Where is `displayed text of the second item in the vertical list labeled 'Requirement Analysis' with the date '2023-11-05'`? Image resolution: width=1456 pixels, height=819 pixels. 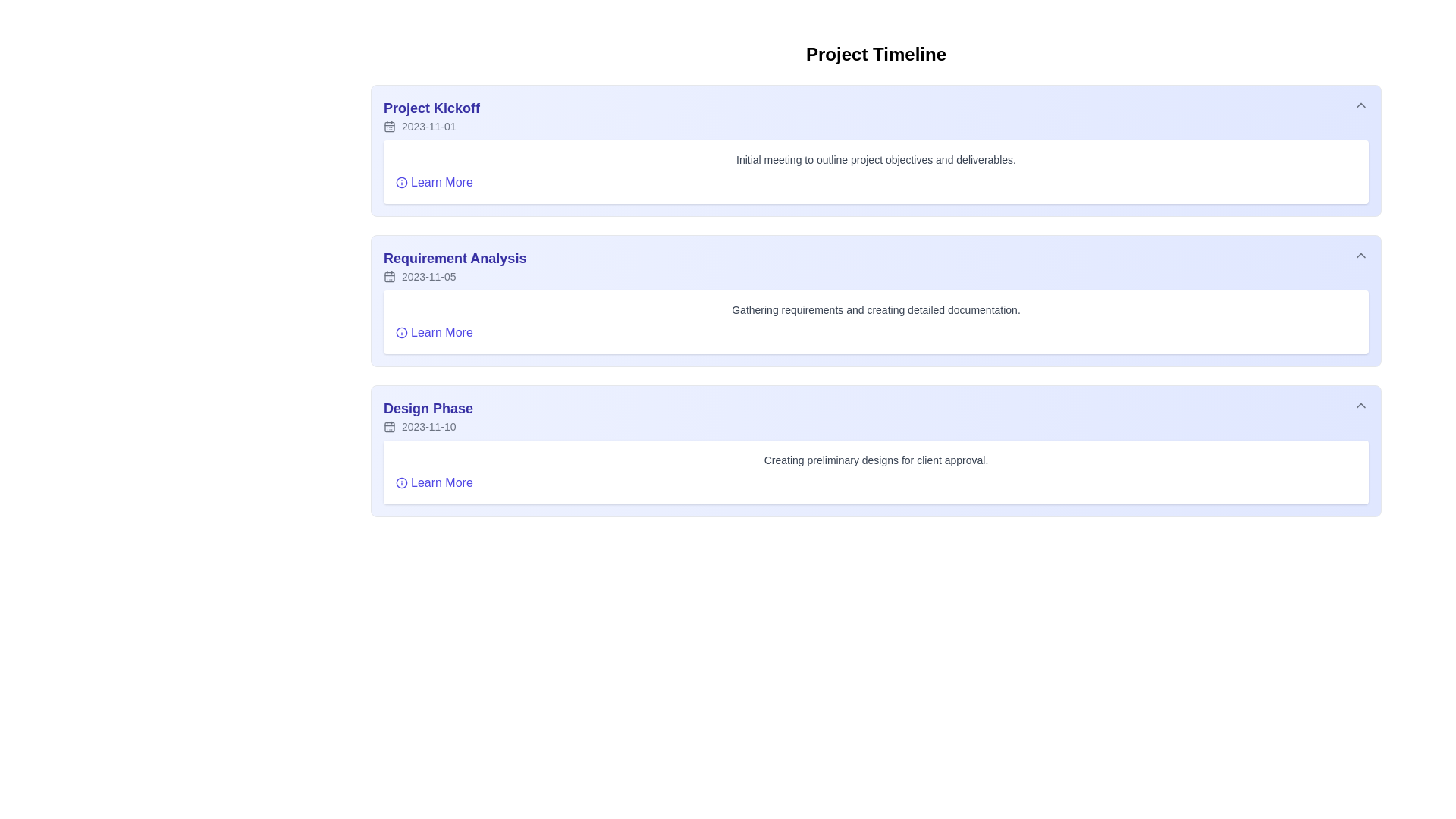 displayed text of the second item in the vertical list labeled 'Requirement Analysis' with the date '2023-11-05' is located at coordinates (454, 265).